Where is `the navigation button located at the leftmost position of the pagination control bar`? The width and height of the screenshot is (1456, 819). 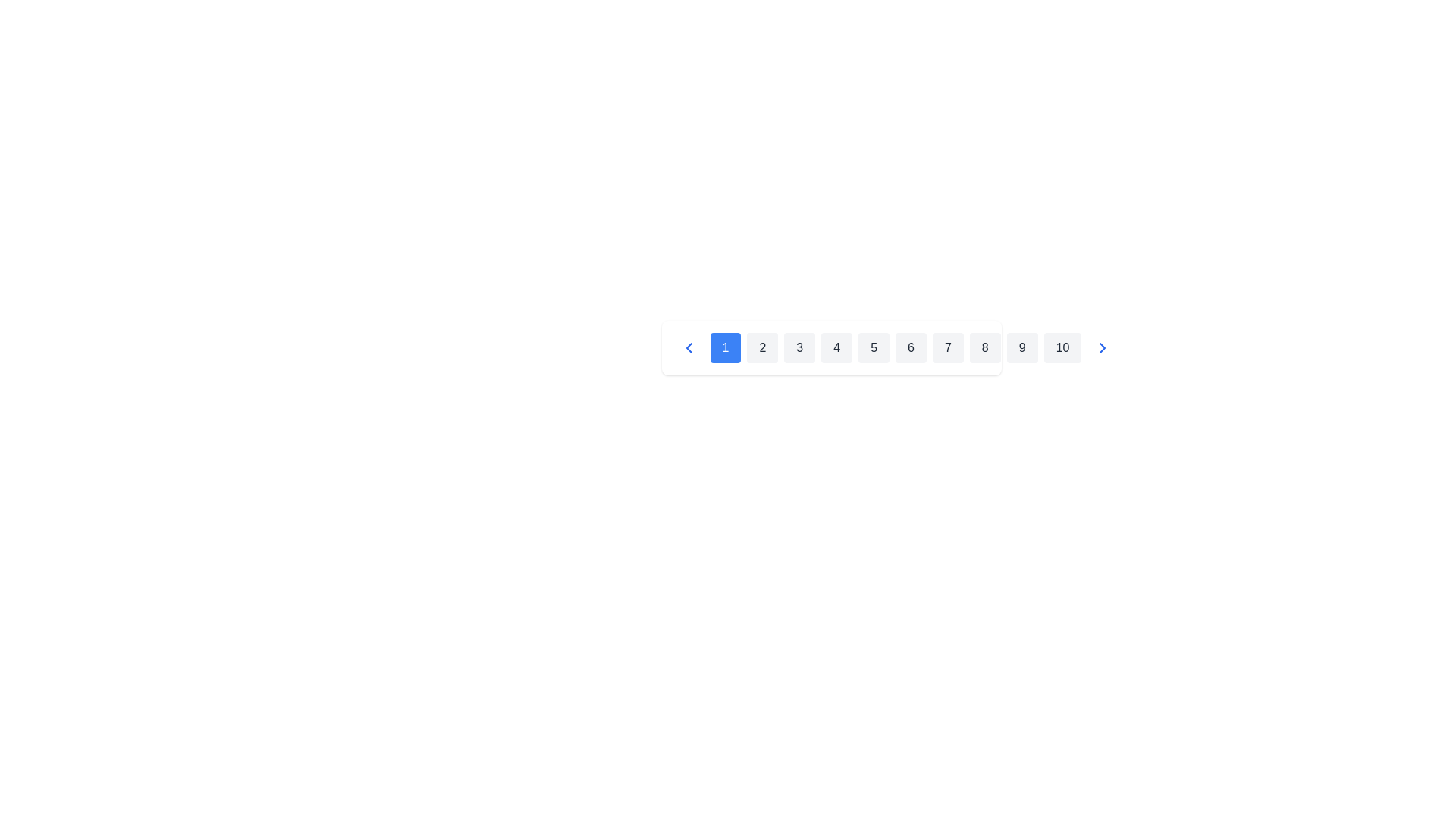
the navigation button located at the leftmost position of the pagination control bar is located at coordinates (688, 348).